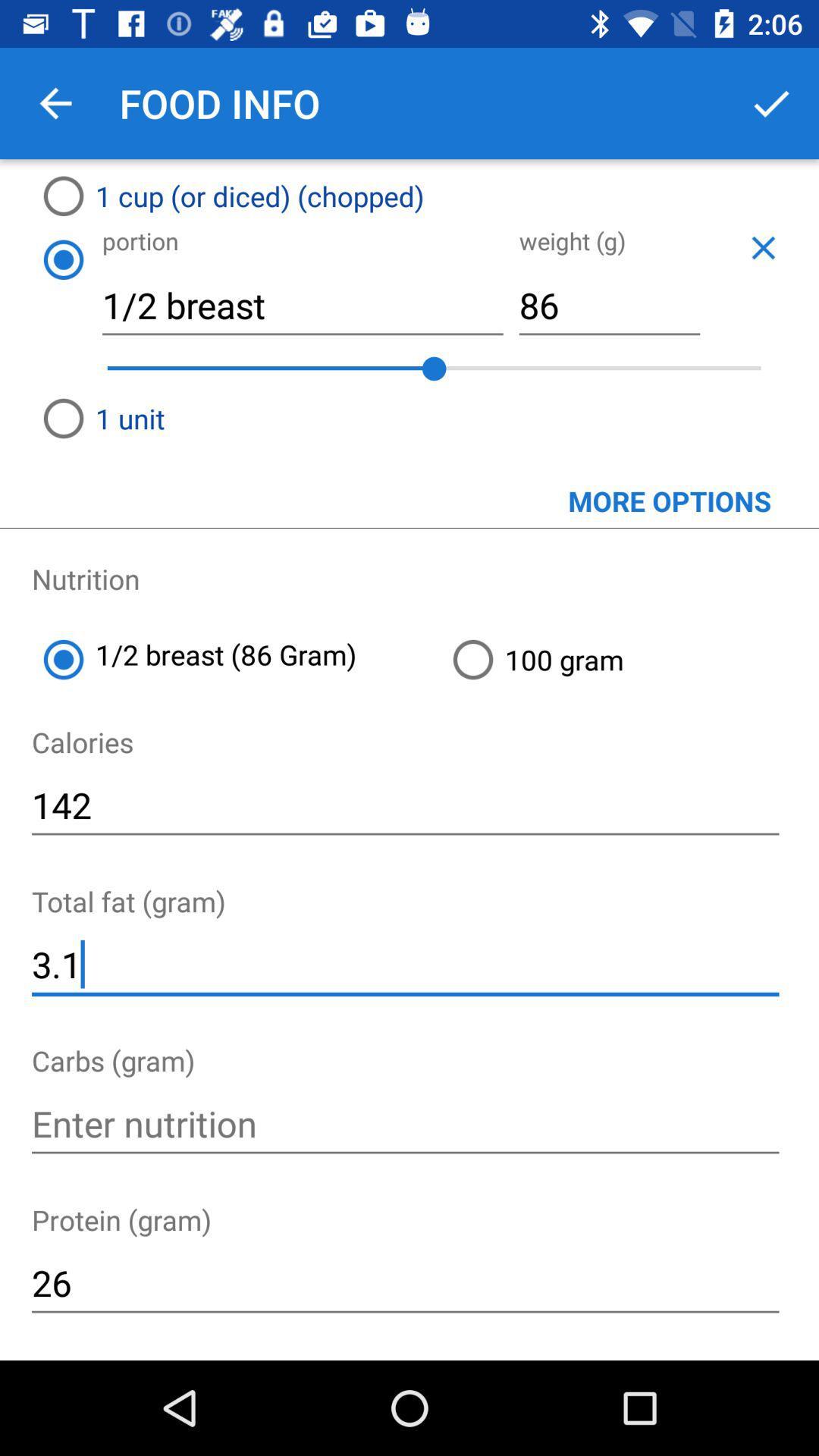  I want to click on app next to food info item, so click(55, 102).